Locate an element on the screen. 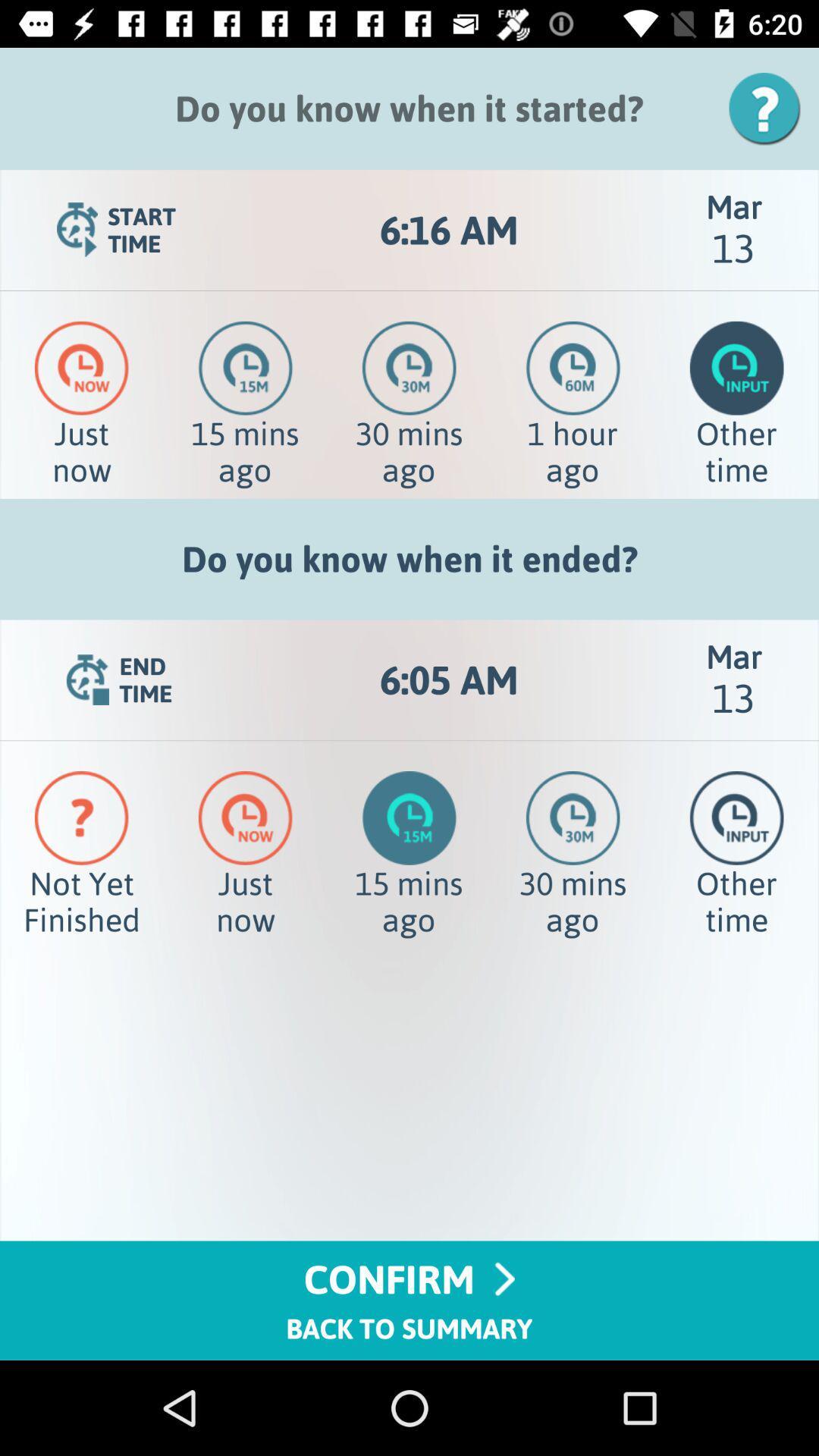 The width and height of the screenshot is (819, 1456). the time icon is located at coordinates (573, 817).